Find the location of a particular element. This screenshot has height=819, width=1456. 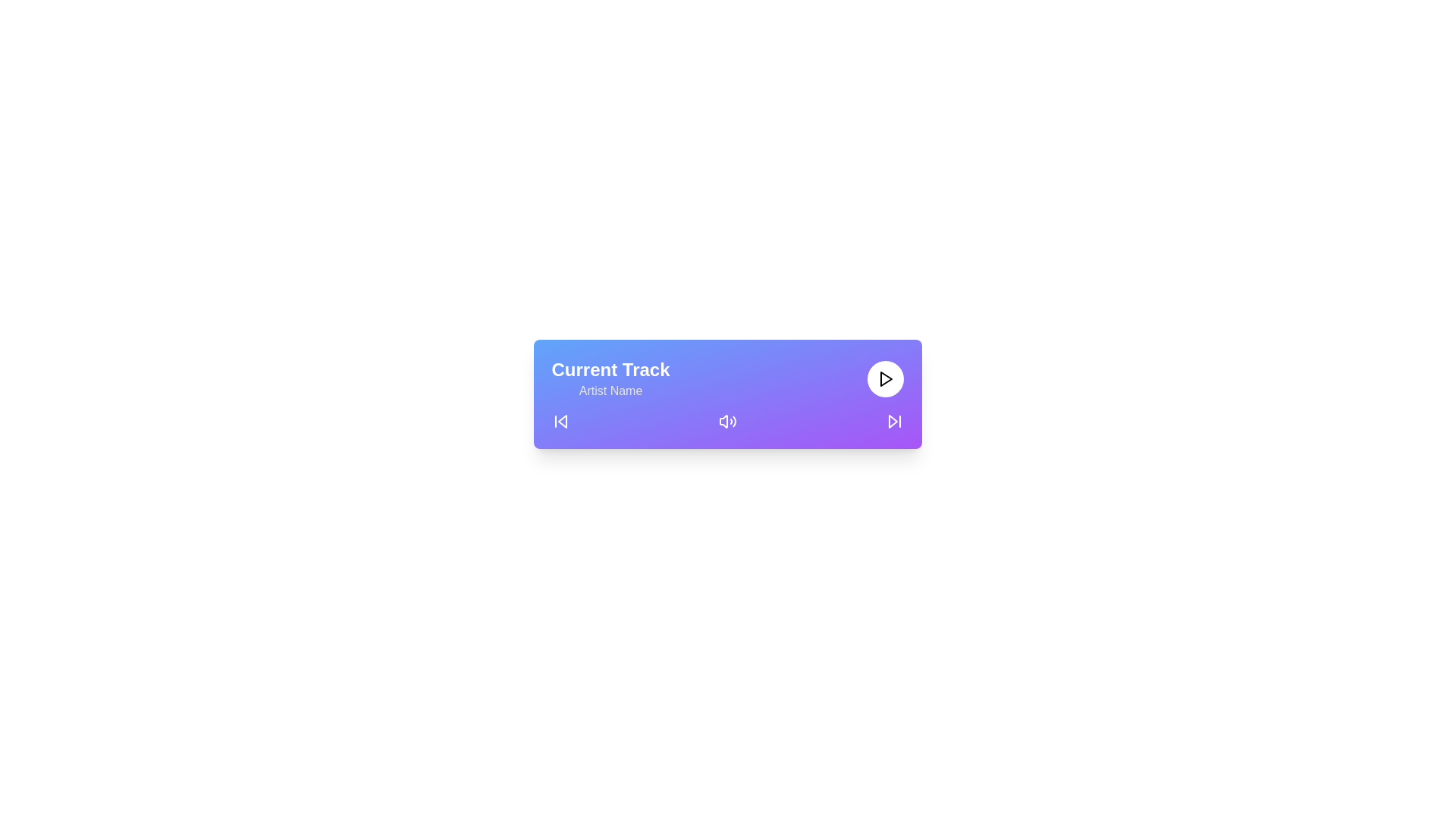

the triangular play button located on the playback control bar to initiate the playing of audio content is located at coordinates (886, 378).